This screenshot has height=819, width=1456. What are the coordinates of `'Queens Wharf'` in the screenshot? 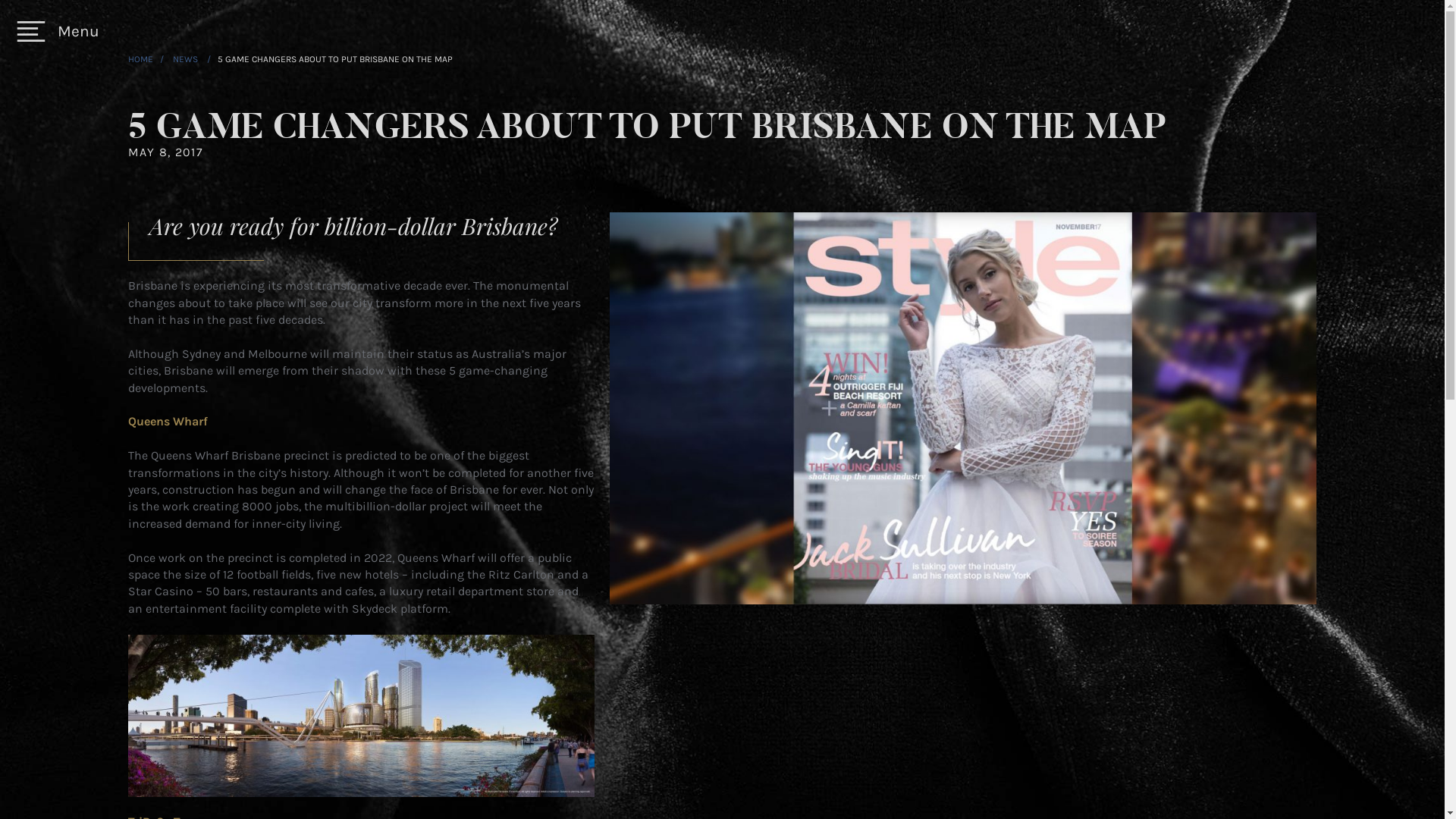 It's located at (168, 421).